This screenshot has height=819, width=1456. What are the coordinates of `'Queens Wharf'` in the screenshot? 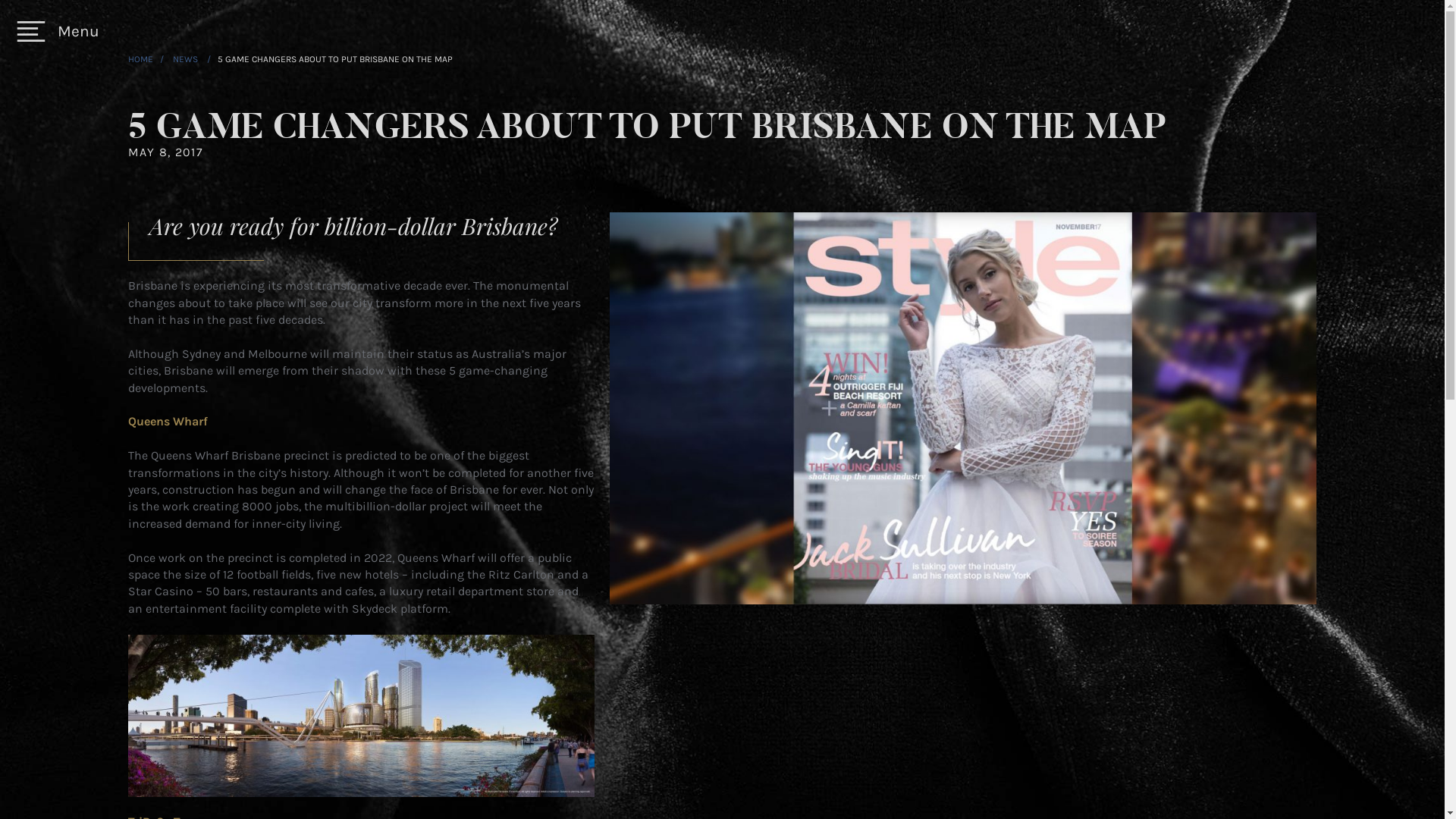 It's located at (168, 421).